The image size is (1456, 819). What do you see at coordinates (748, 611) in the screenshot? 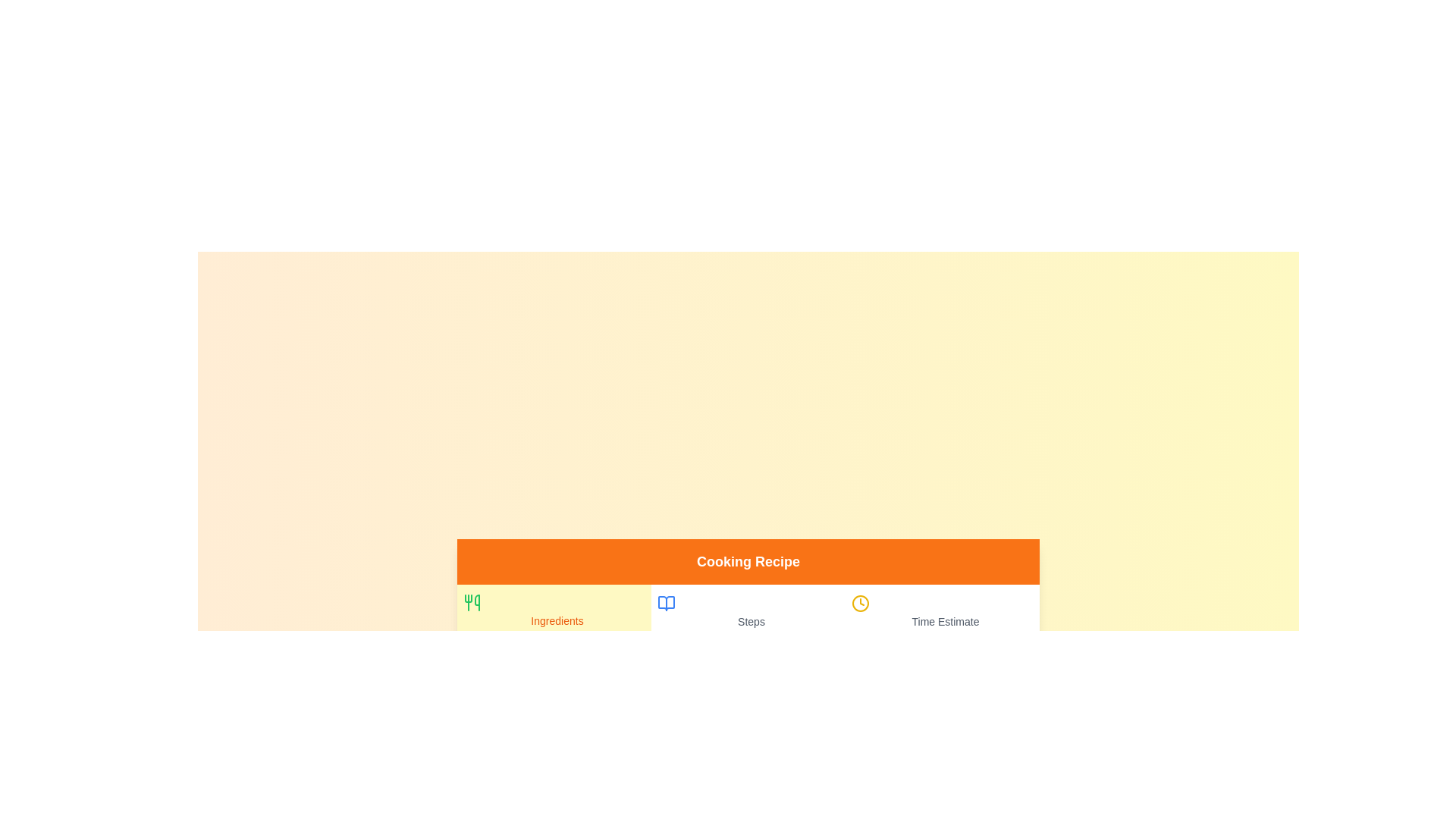
I see `the tab labeled Steps to switch to the corresponding section` at bounding box center [748, 611].